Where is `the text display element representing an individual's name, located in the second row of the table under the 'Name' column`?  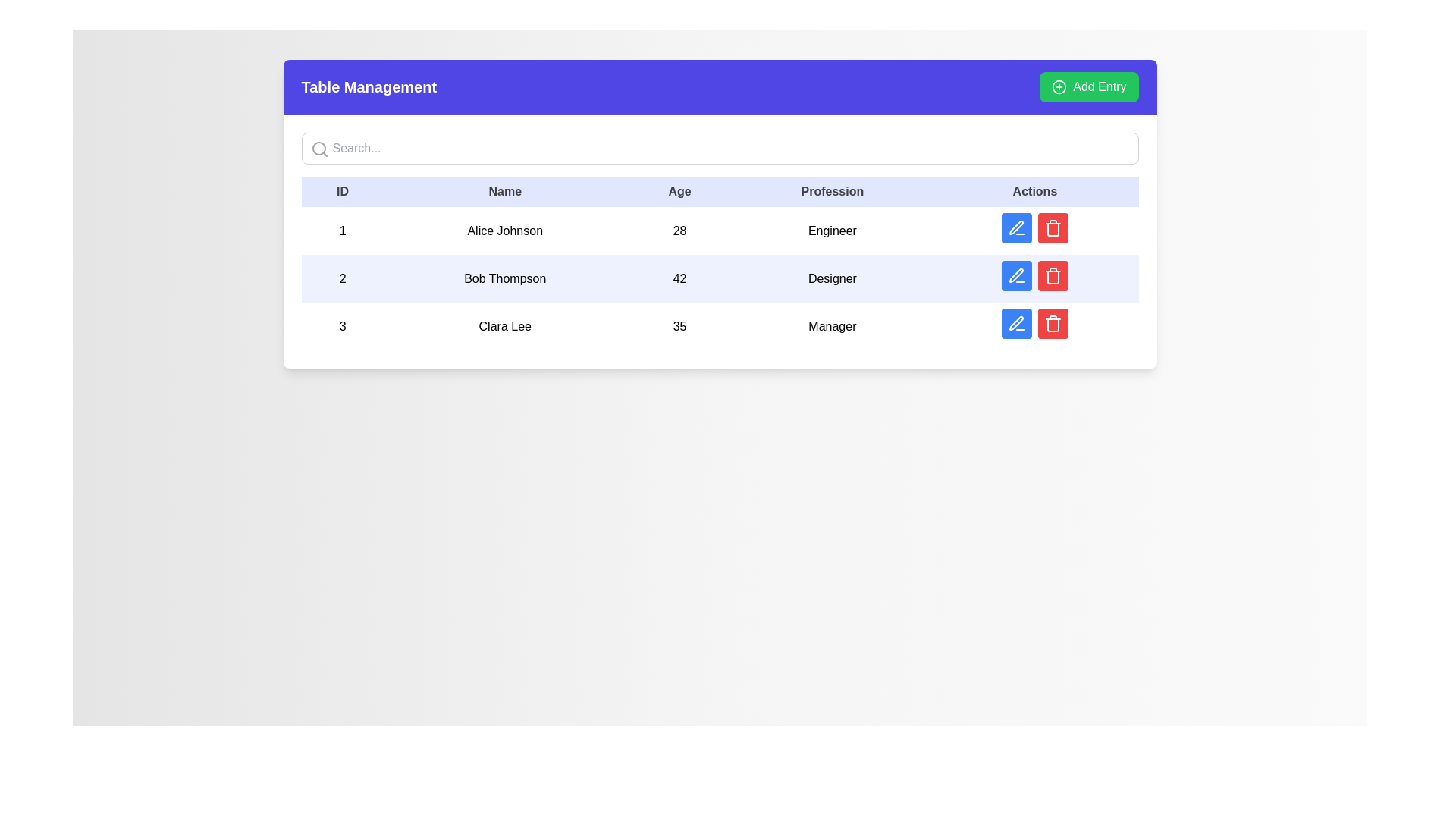
the text display element representing an individual's name, located in the second row of the table under the 'Name' column is located at coordinates (505, 278).